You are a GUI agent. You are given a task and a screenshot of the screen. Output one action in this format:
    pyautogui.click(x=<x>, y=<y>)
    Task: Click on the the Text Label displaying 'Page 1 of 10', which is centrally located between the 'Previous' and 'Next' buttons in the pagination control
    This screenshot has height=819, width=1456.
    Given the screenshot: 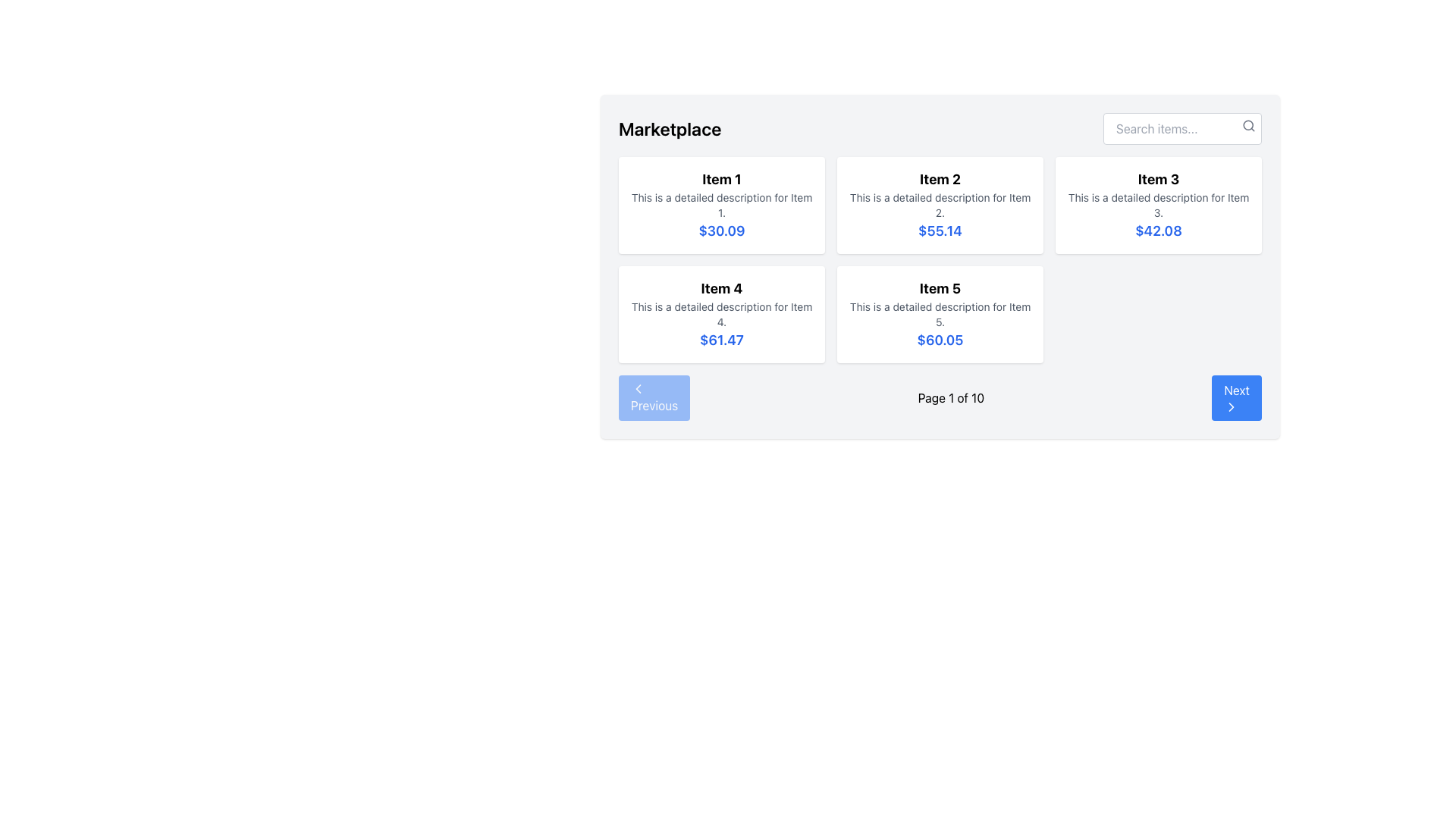 What is the action you would take?
    pyautogui.click(x=950, y=397)
    